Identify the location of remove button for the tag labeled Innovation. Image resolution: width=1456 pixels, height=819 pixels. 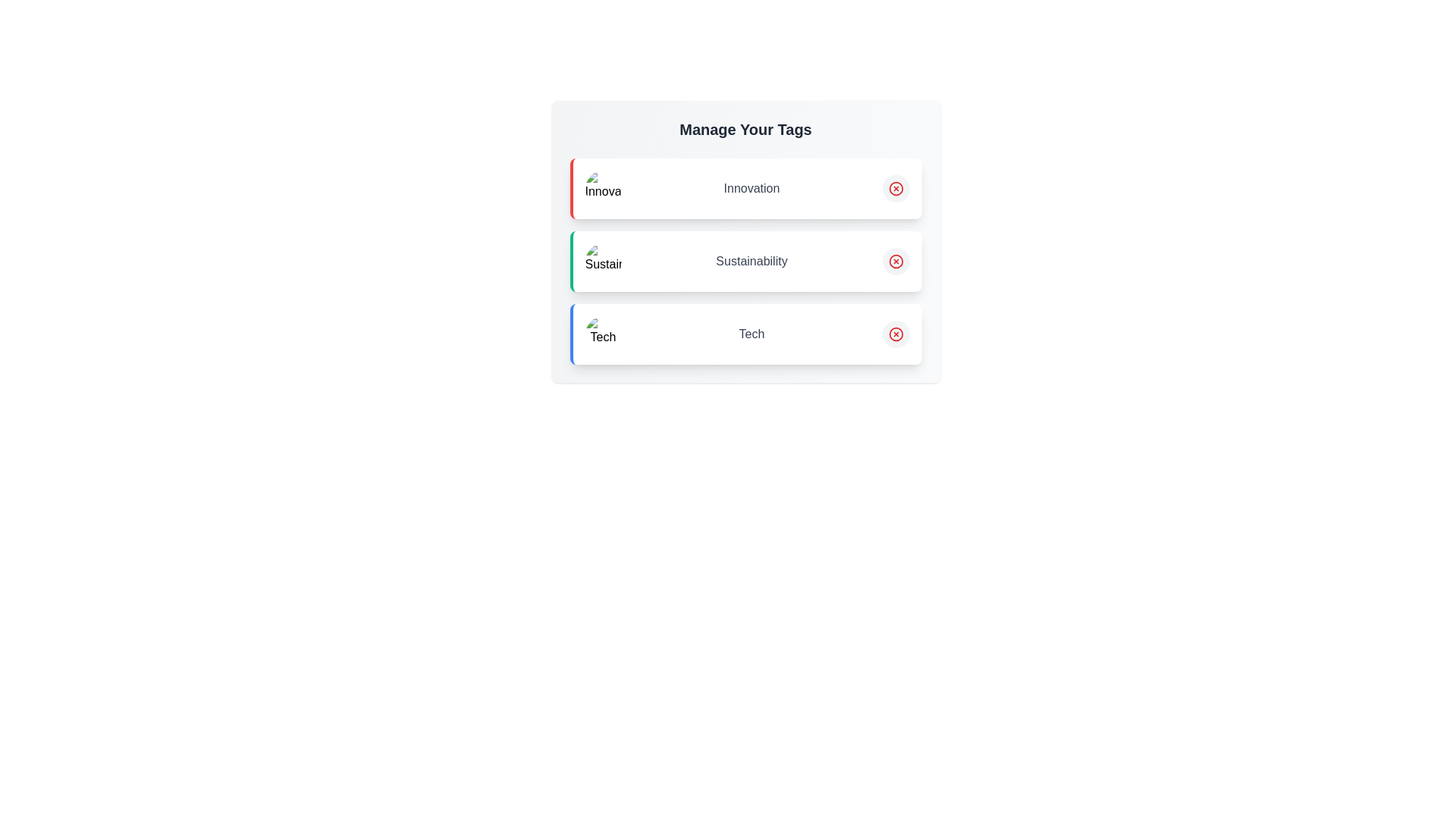
(896, 188).